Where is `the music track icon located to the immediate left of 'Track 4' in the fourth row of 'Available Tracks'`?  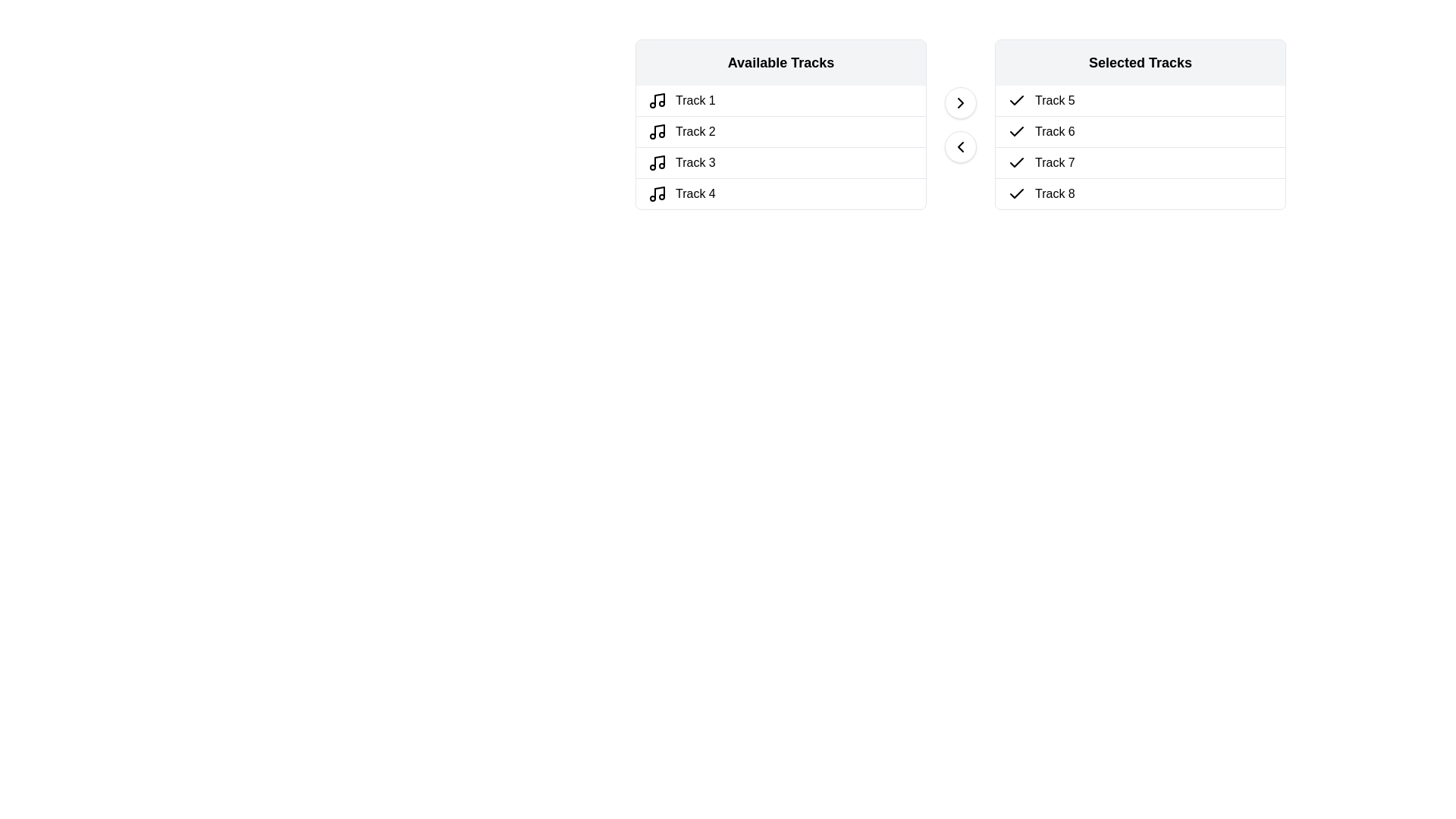
the music track icon located to the immediate left of 'Track 4' in the fourth row of 'Available Tracks' is located at coordinates (657, 193).